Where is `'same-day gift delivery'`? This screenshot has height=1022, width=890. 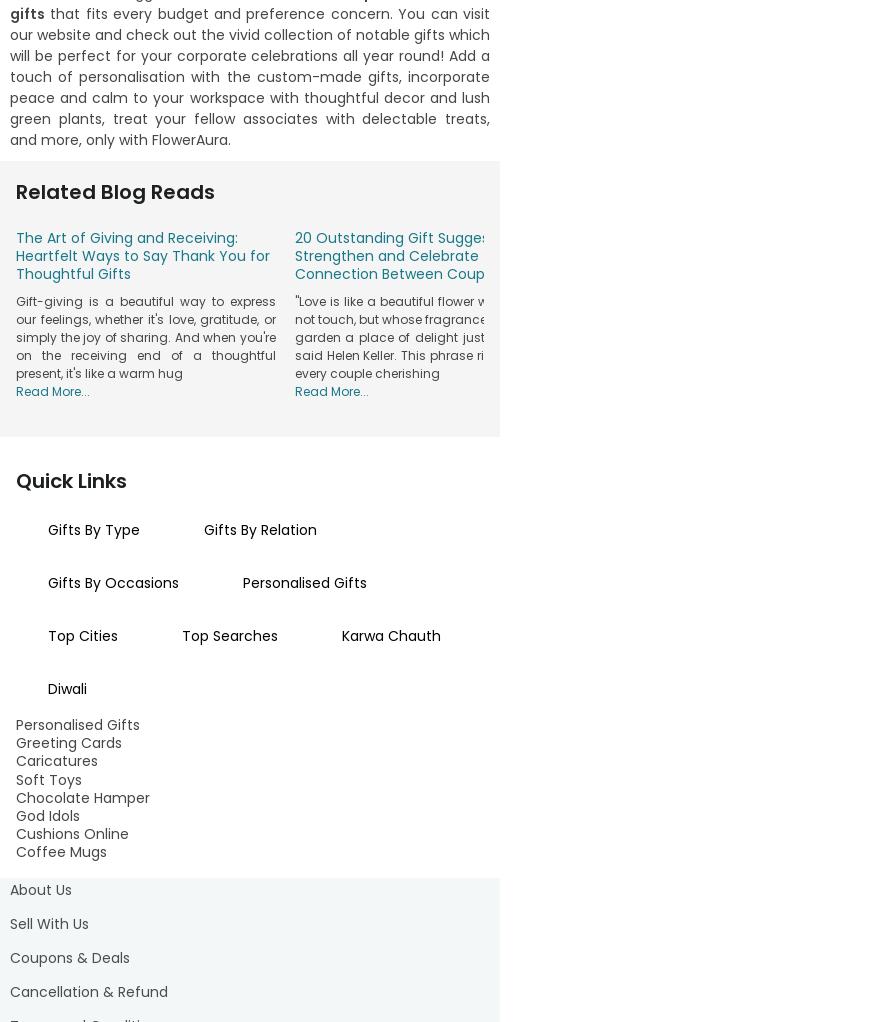
'same-day gift delivery' is located at coordinates (356, 888).